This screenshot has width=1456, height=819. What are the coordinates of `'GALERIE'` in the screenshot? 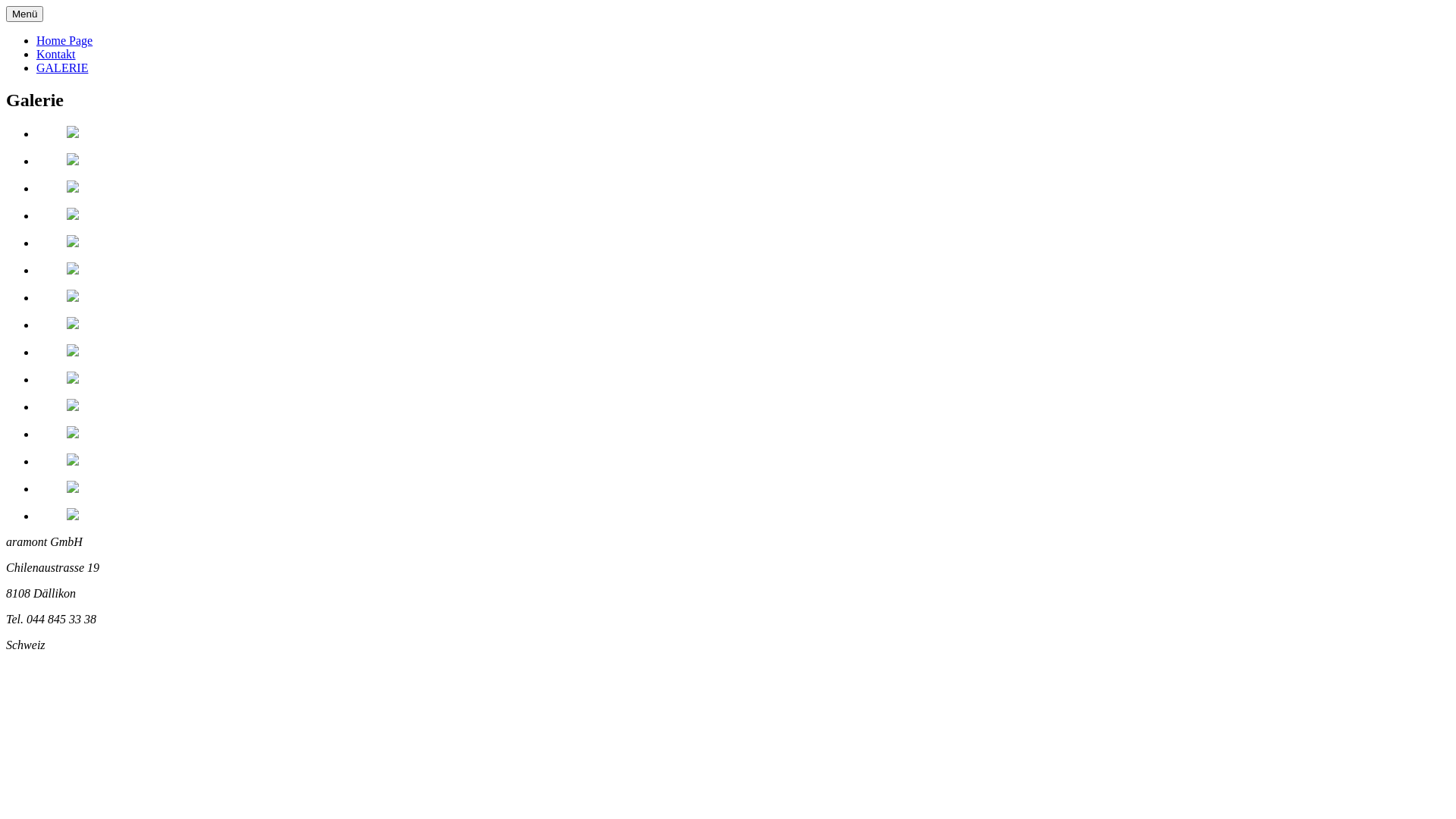 It's located at (61, 67).